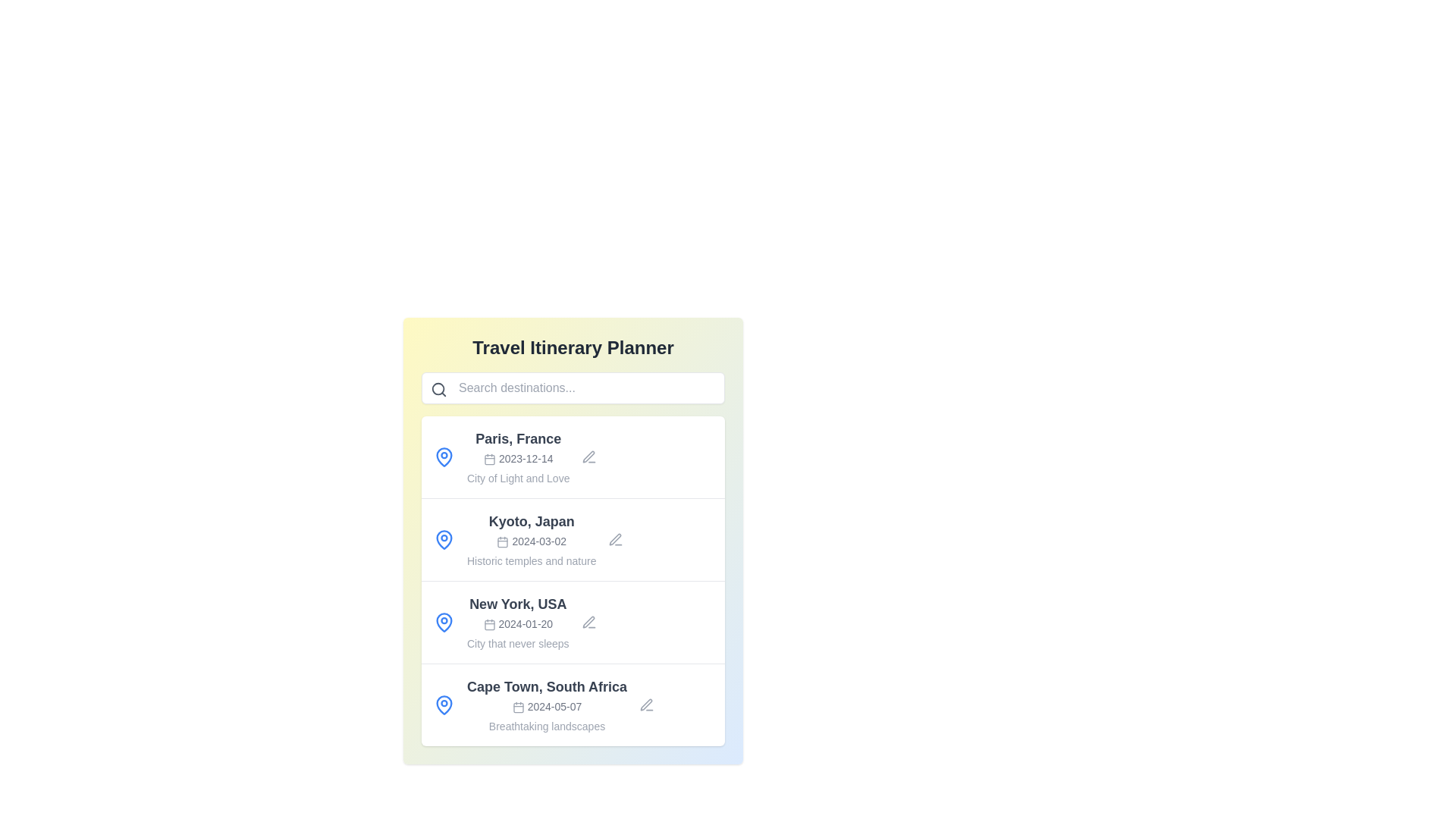  I want to click on the blue map pin icon representing the location for 'Cape Town, South Africa', so click(443, 704).